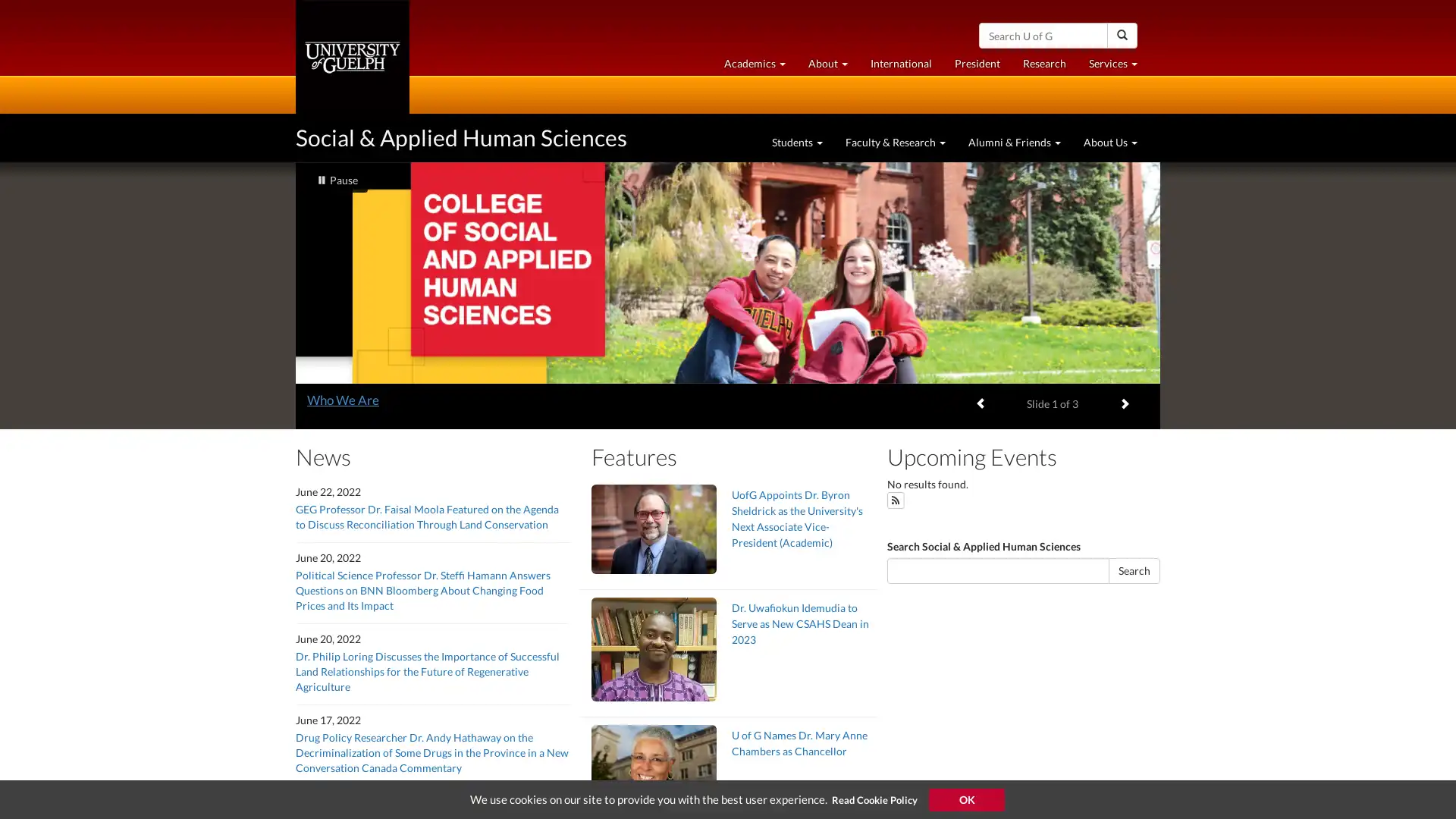  What do you see at coordinates (1110, 143) in the screenshot?
I see `About Us` at bounding box center [1110, 143].